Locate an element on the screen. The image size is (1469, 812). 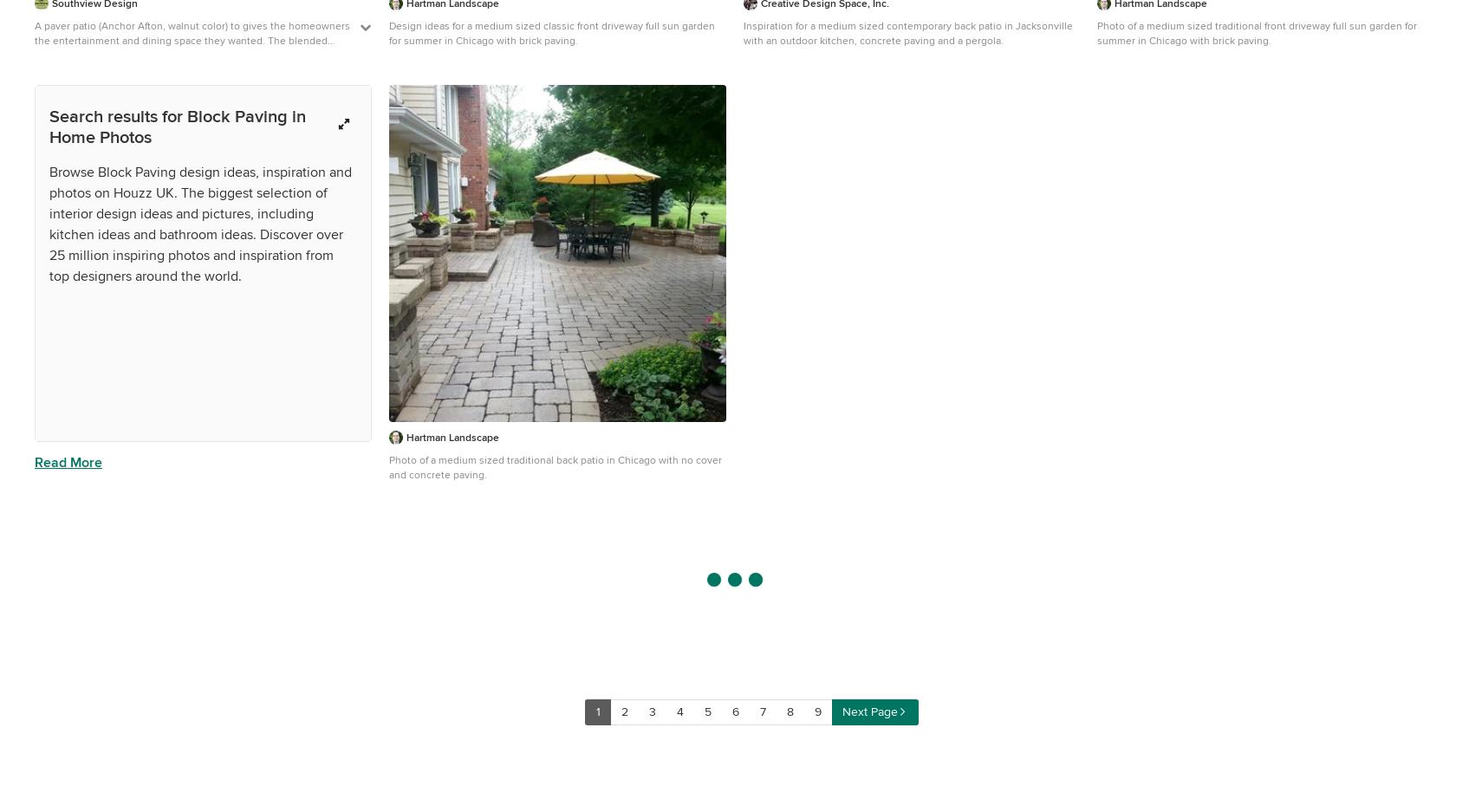
'Hartman Landscape' is located at coordinates (451, 437).